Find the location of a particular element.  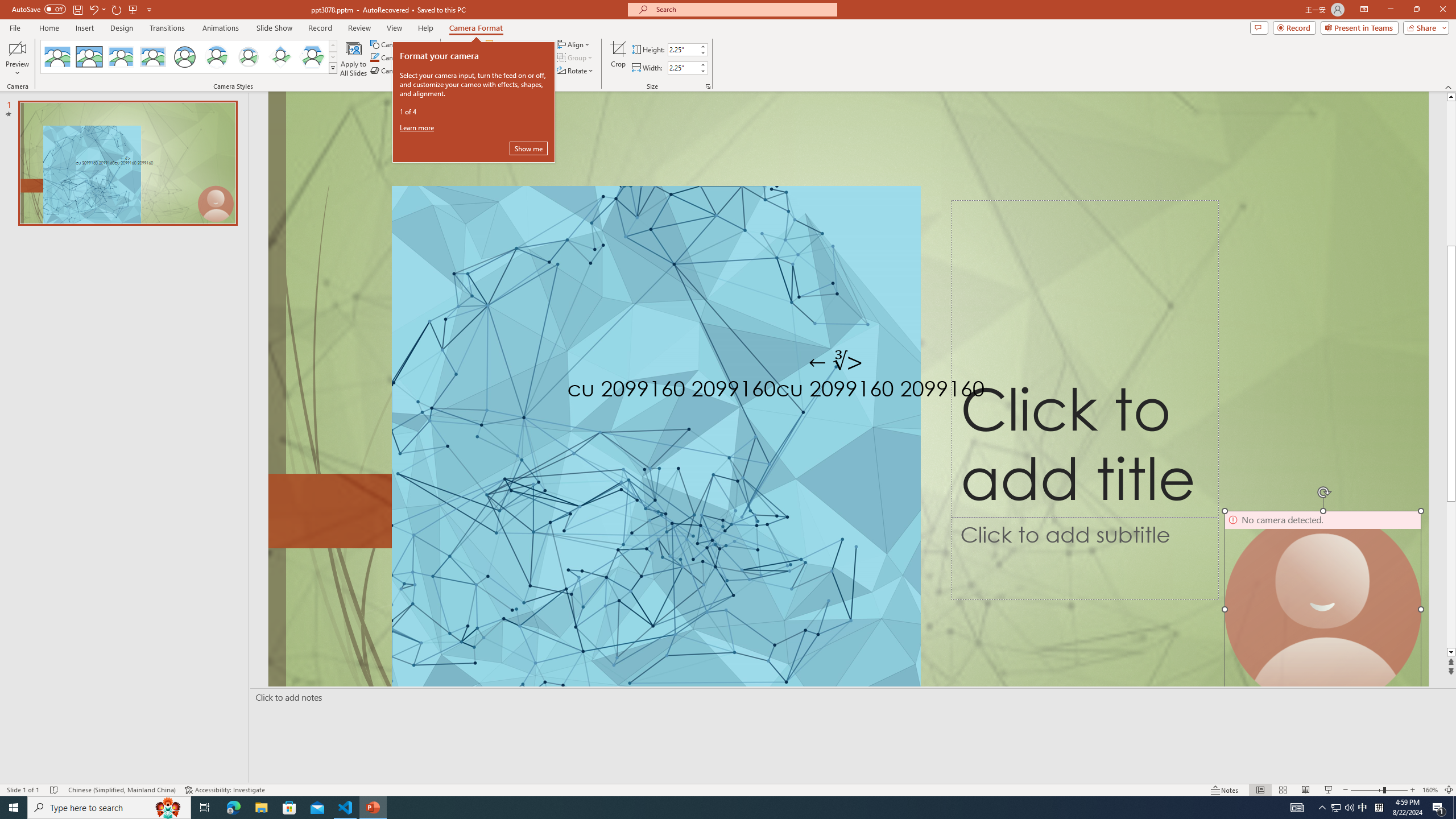

'AutomationID: CameoStylesGallery' is located at coordinates (188, 56).